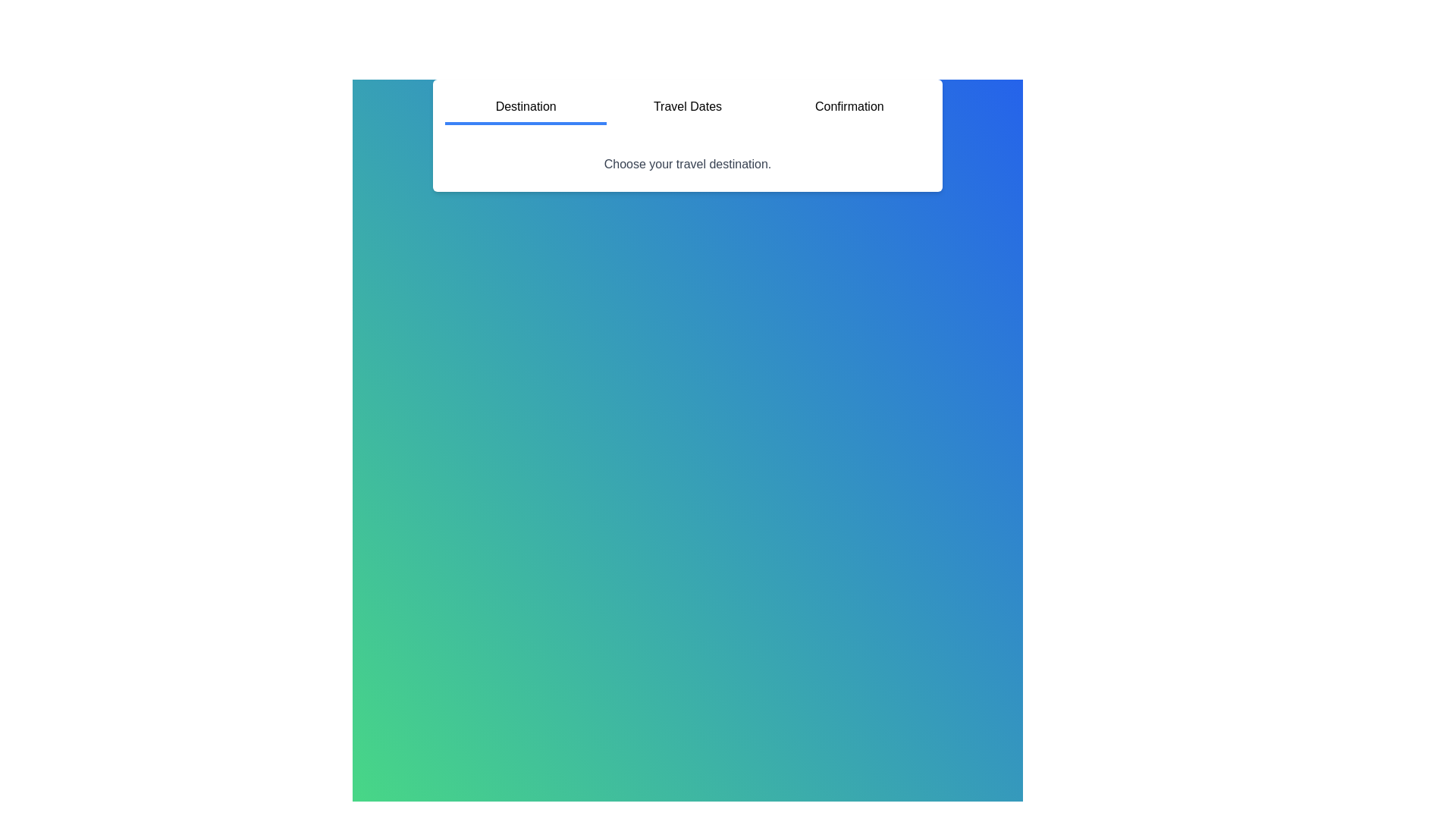 This screenshot has width=1456, height=819. What do you see at coordinates (687, 107) in the screenshot?
I see `the navigation label indicating 'Travel Dates' located in the horizontal navigation bar at the top center of the interface` at bounding box center [687, 107].